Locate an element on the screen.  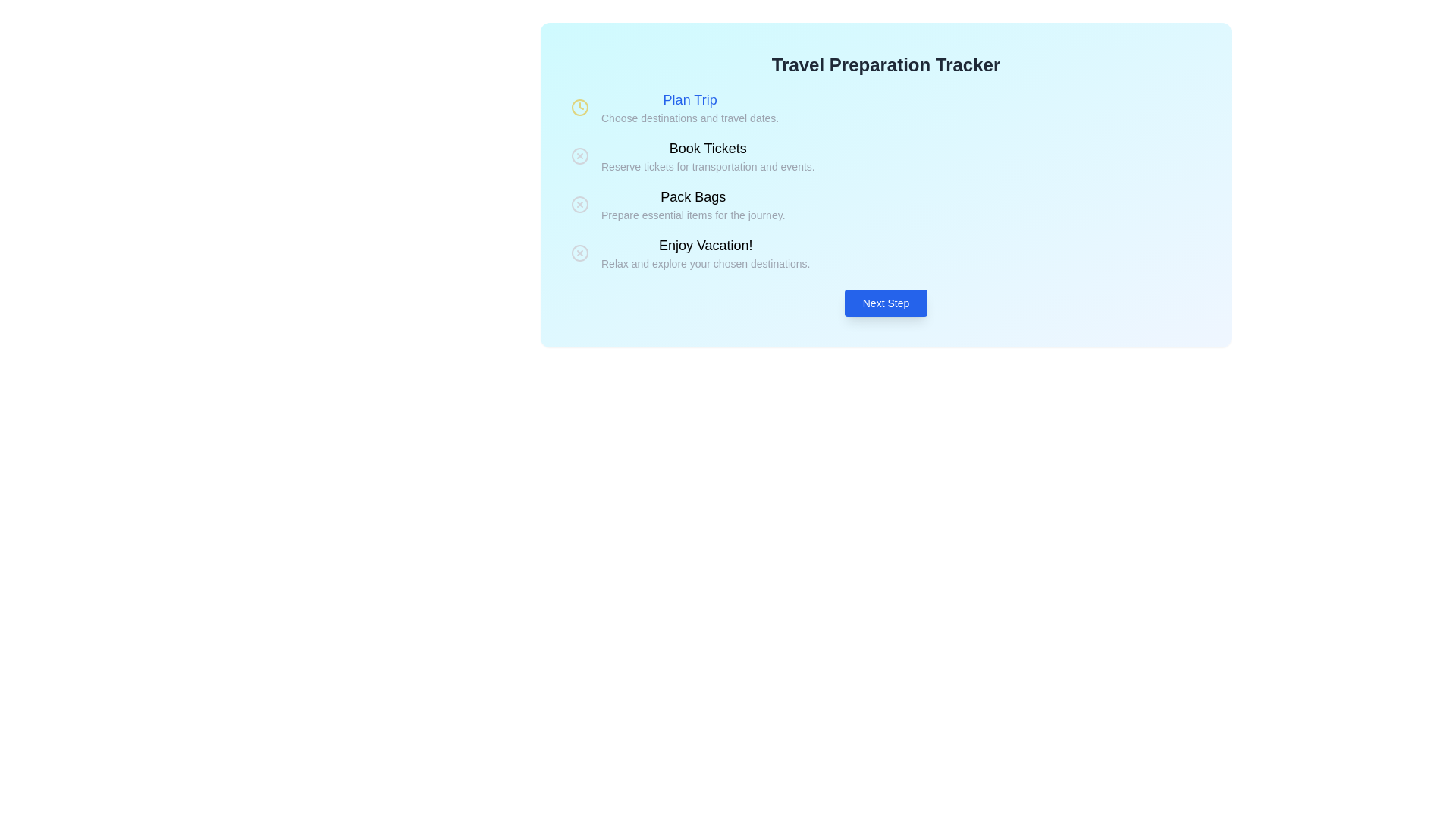
the circular graphical shape located under the 'Book Tickets' text, which has a diameter of approximately 20 units is located at coordinates (579, 155).